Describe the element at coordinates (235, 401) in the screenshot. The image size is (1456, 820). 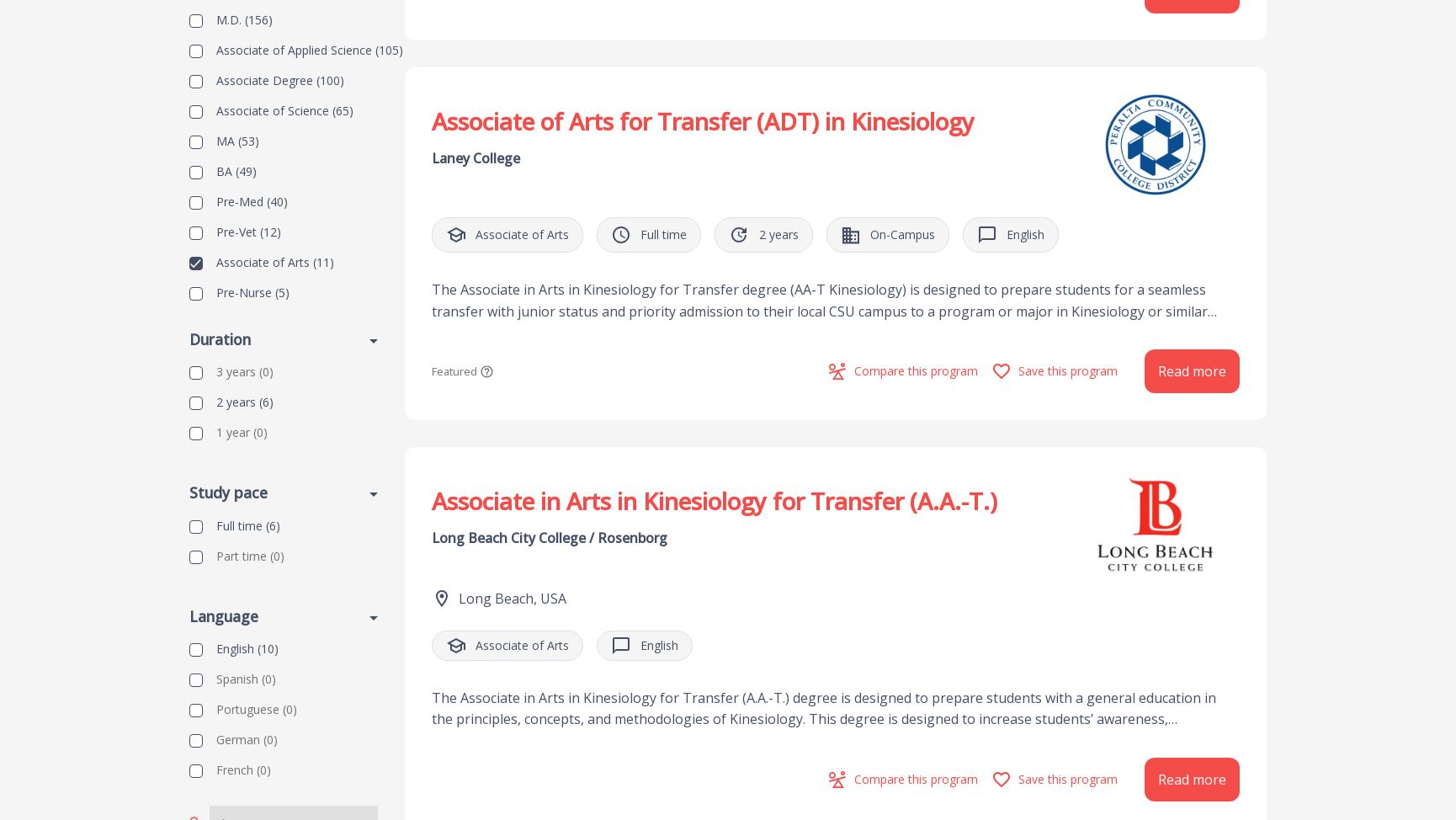
I see `'2 years'` at that location.